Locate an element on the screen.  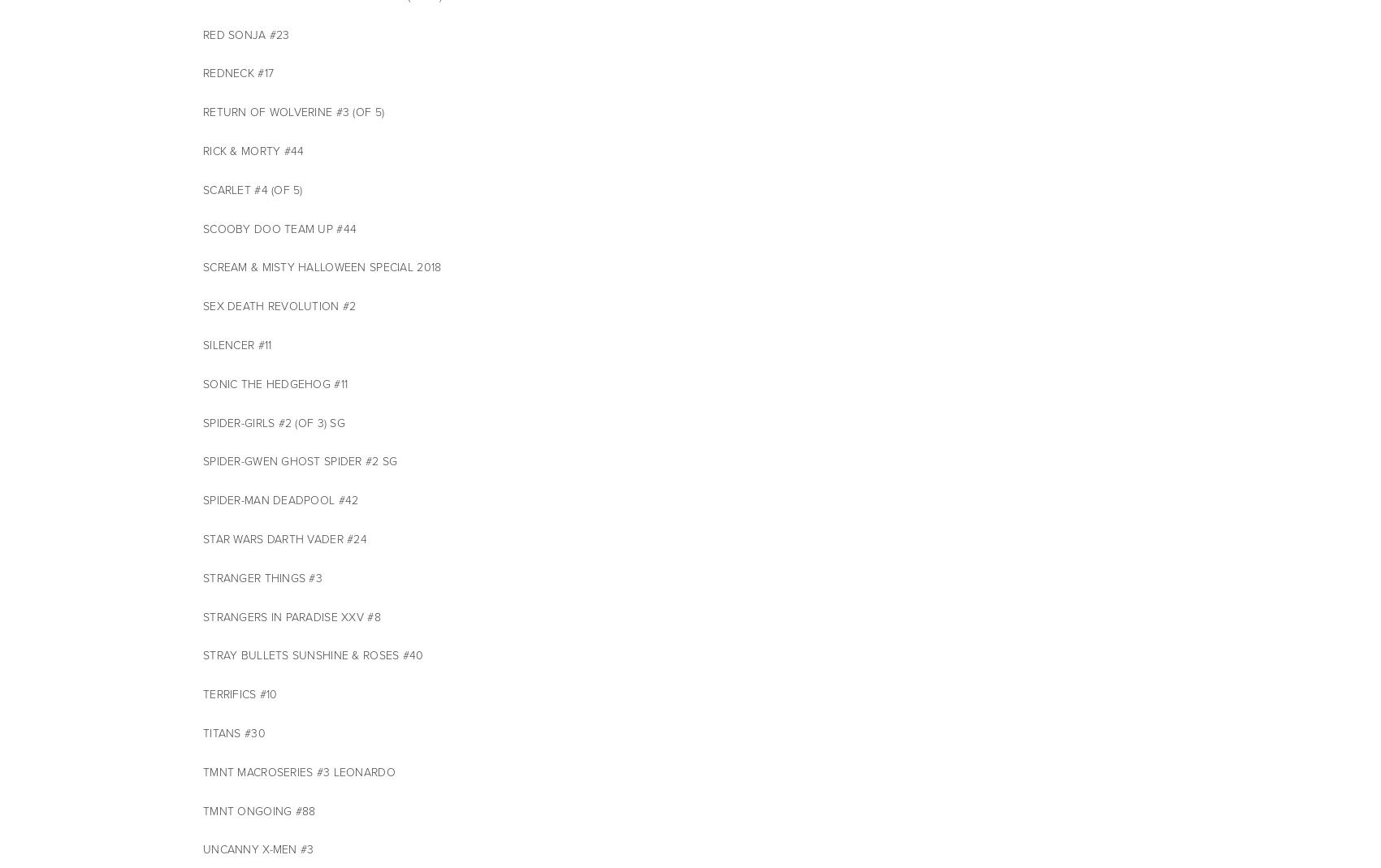
'SPIDER-GIRLS #2 (OF 3) SG' is located at coordinates (203, 421).